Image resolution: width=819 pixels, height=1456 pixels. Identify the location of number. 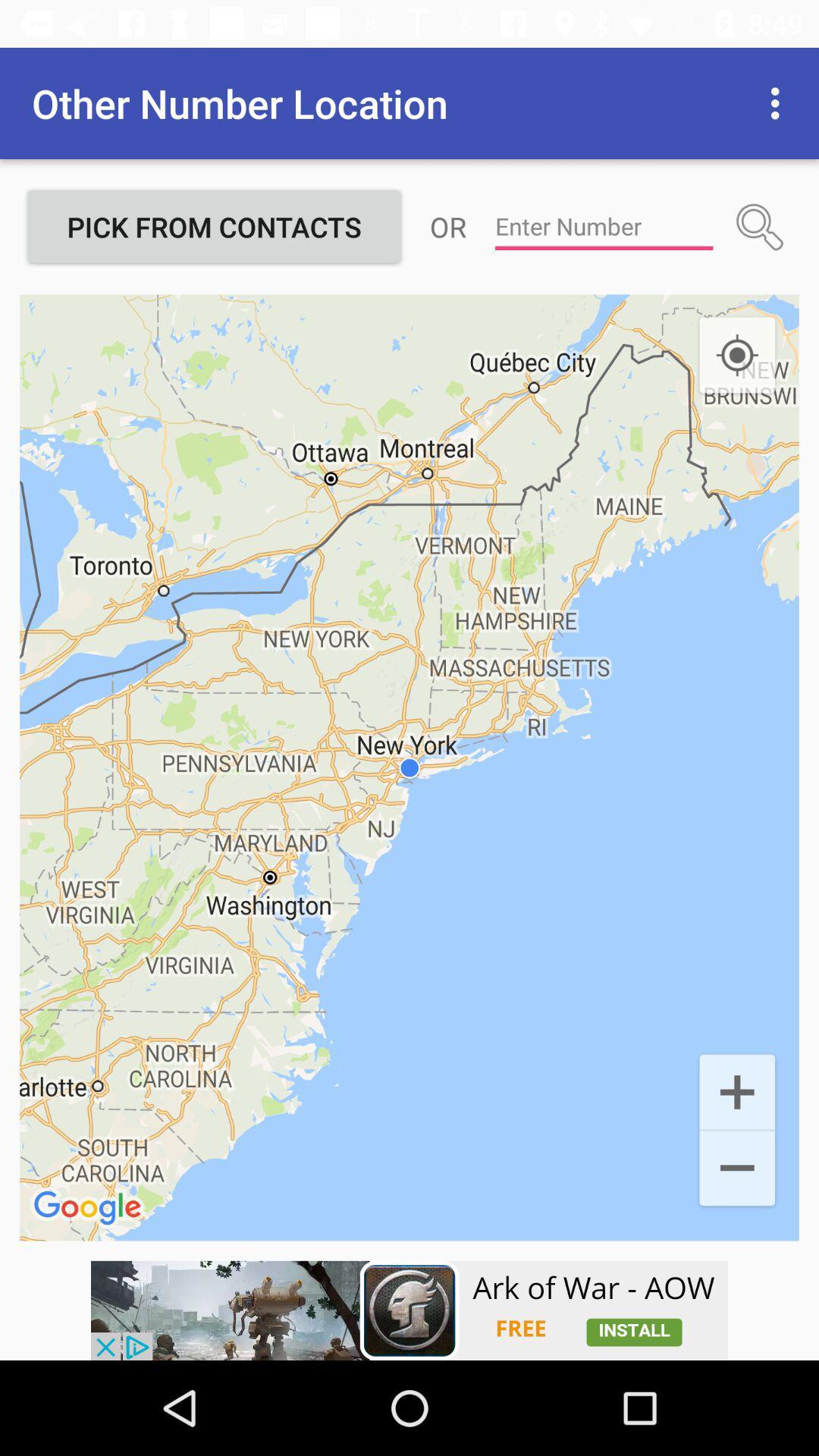
(603, 226).